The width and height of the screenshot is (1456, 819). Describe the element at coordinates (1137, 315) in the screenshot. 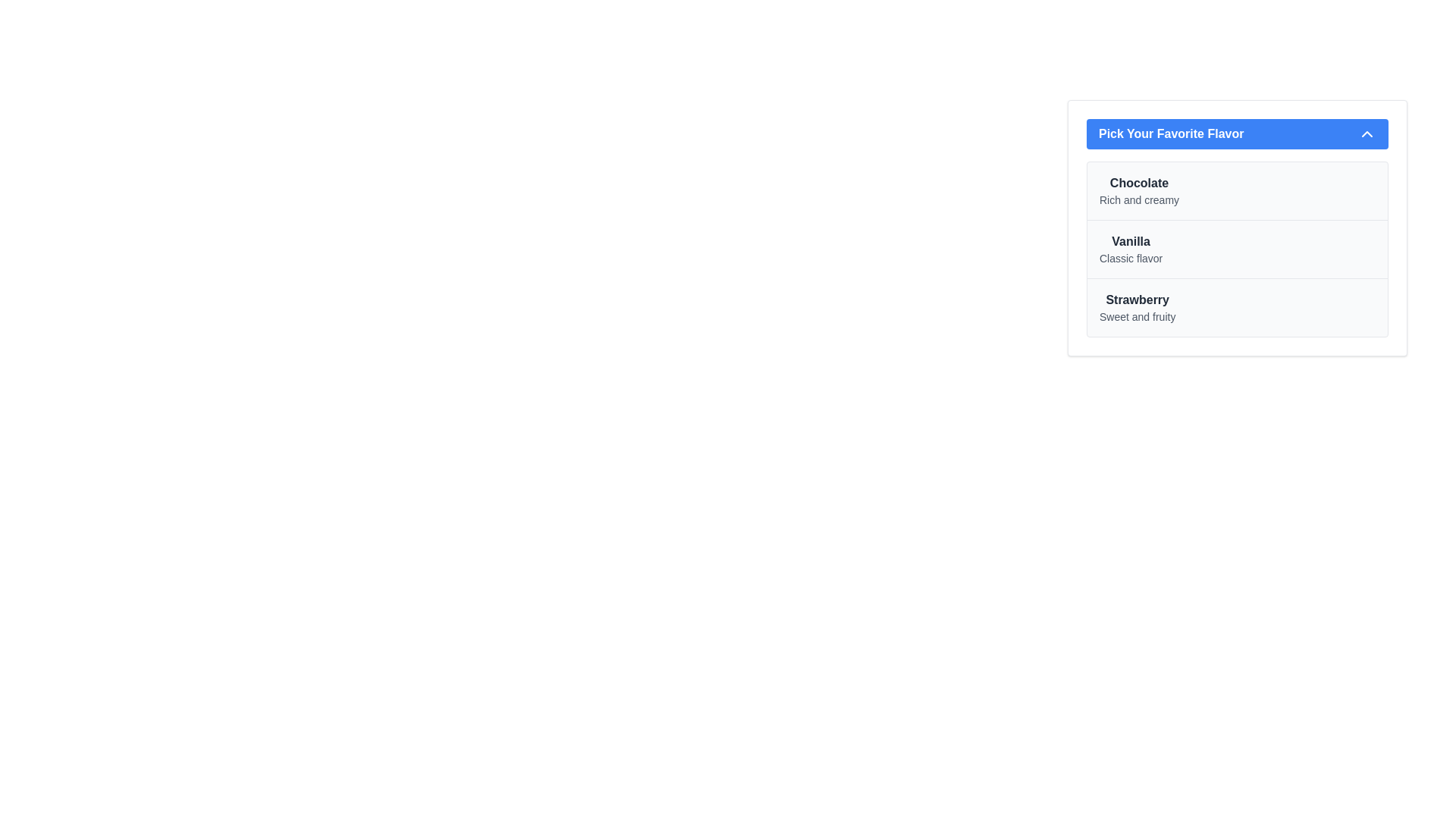

I see `the text label reading 'Sweet and fruity', which is positioned directly beneath the bold text 'Strawberry' in the vertical list labeled 'Pick Your Favorite Flavor'` at that location.